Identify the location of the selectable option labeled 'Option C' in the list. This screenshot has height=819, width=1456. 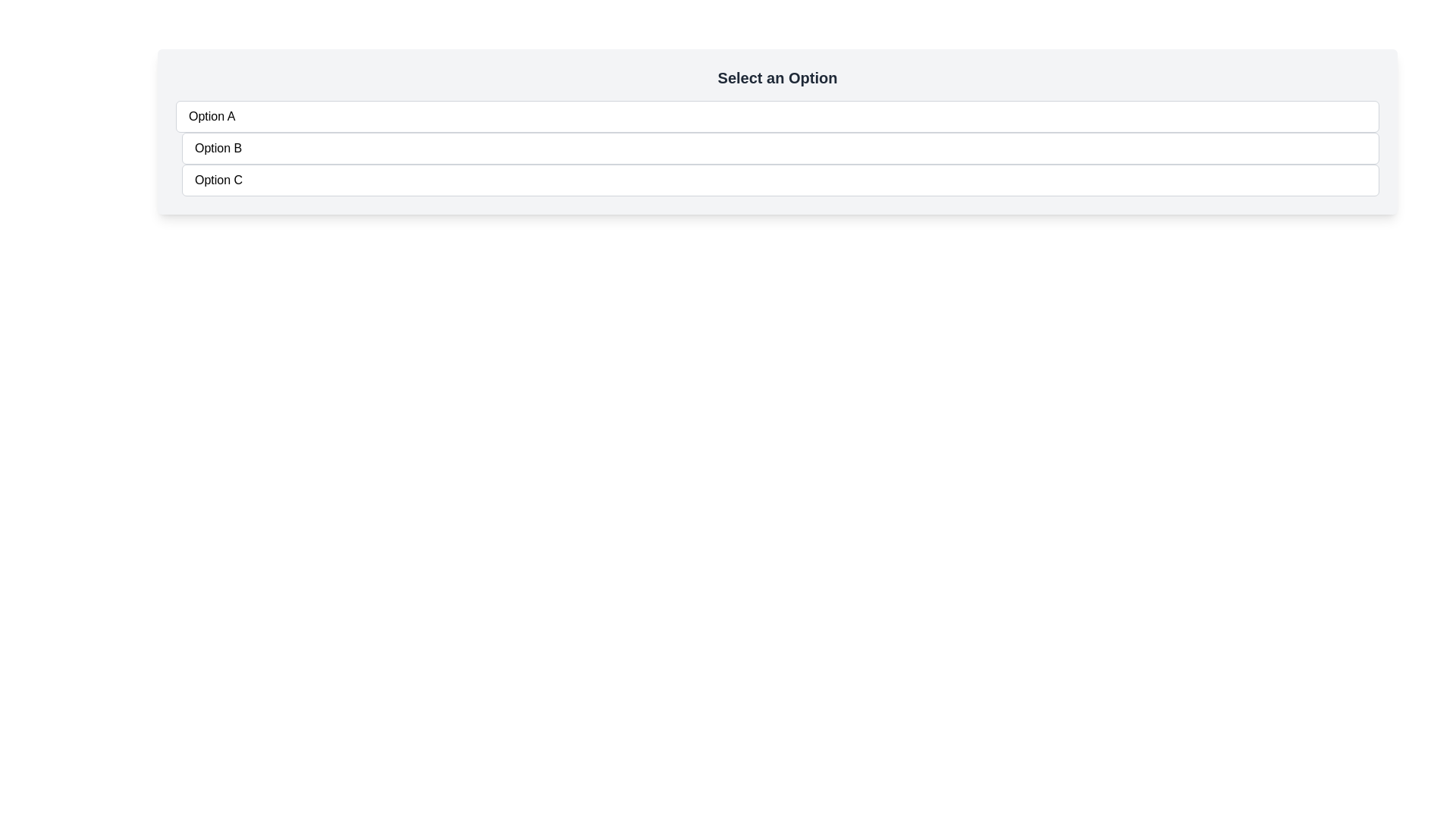
(780, 180).